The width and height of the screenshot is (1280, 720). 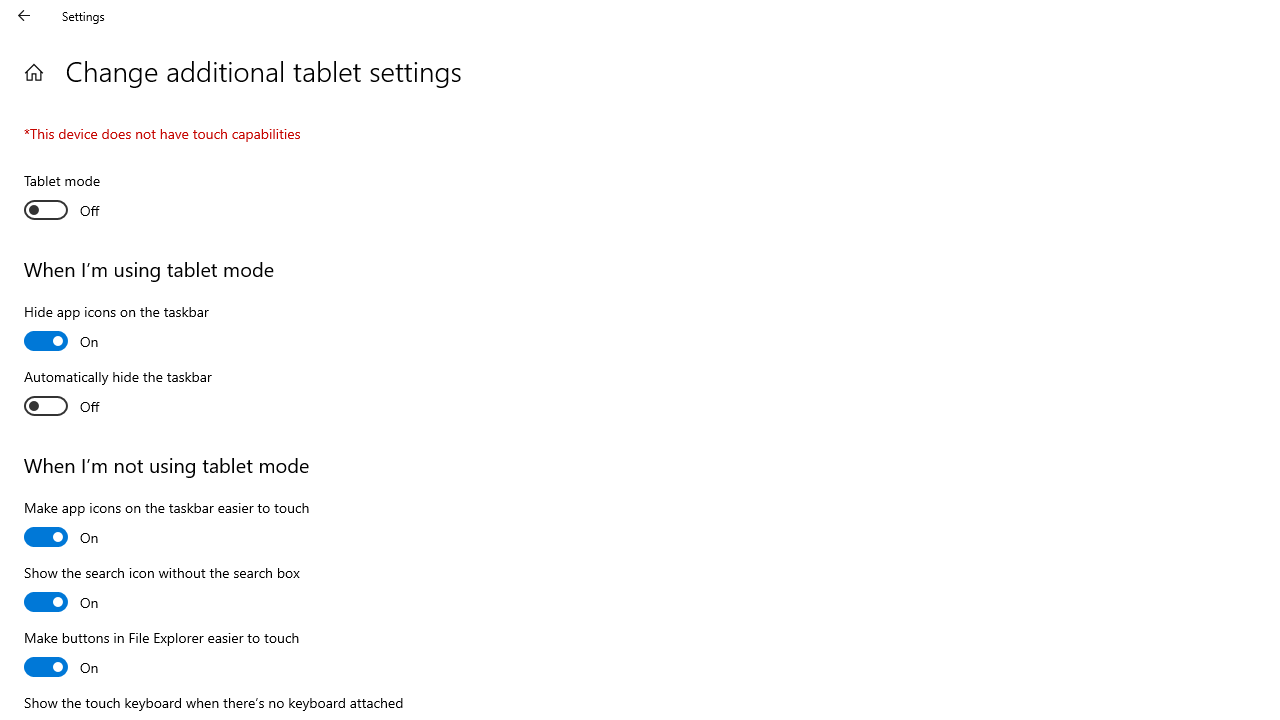 What do you see at coordinates (161, 589) in the screenshot?
I see `'Show the search icon without the search box'` at bounding box center [161, 589].